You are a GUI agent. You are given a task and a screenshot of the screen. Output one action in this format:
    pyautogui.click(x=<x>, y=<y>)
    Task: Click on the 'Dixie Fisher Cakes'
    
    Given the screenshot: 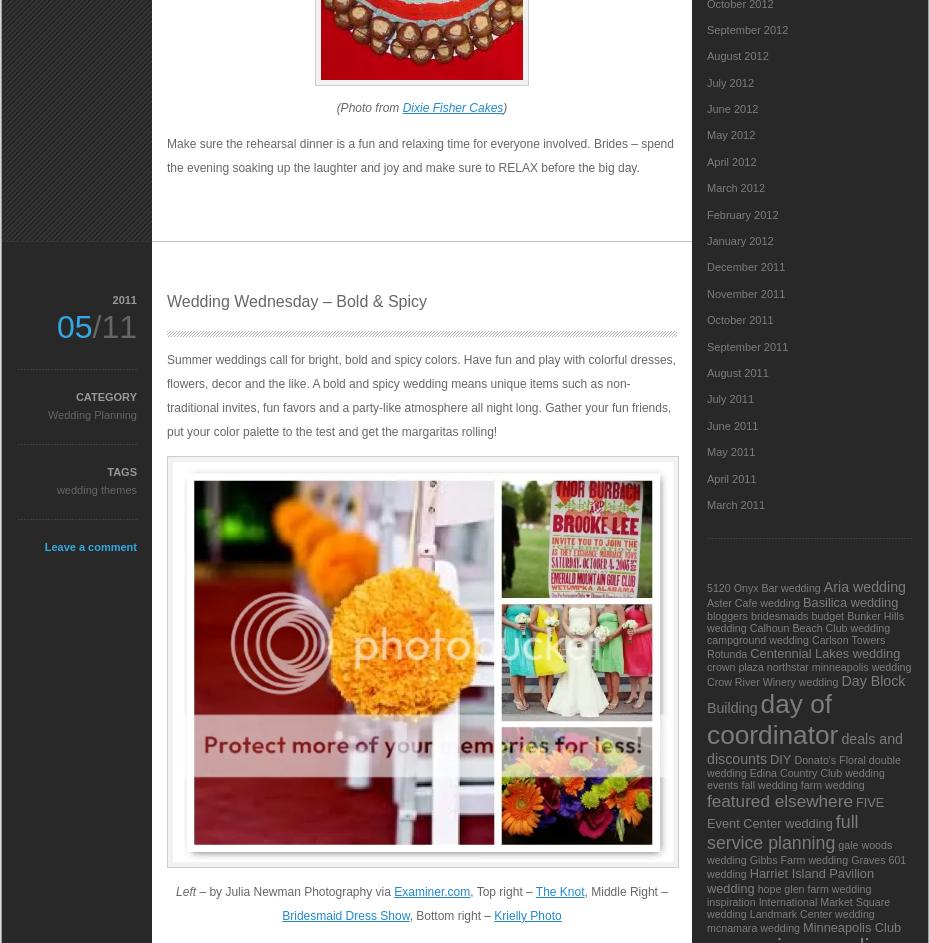 What is the action you would take?
    pyautogui.click(x=452, y=107)
    